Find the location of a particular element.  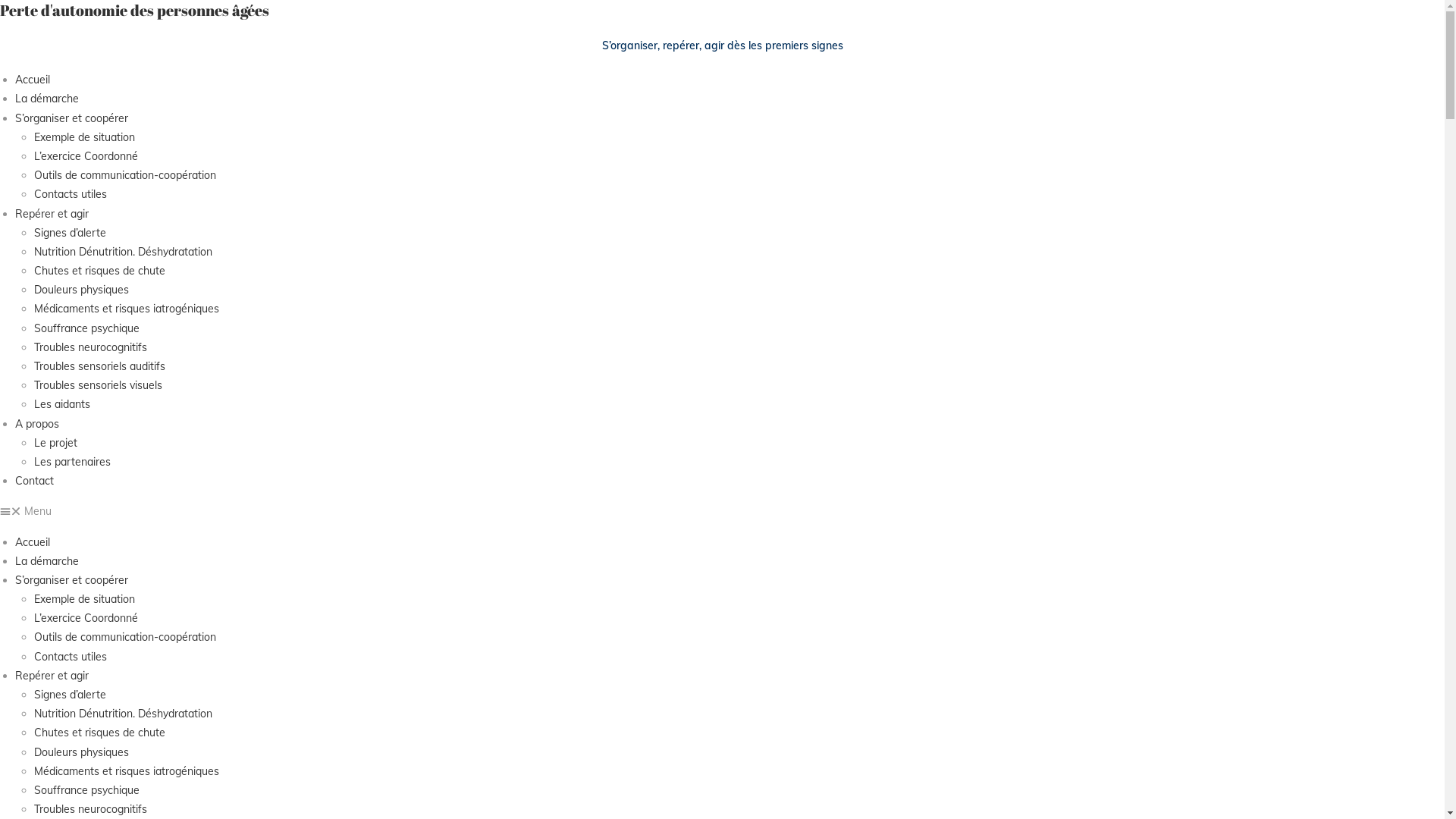

'Les partenaires' is located at coordinates (71, 461).